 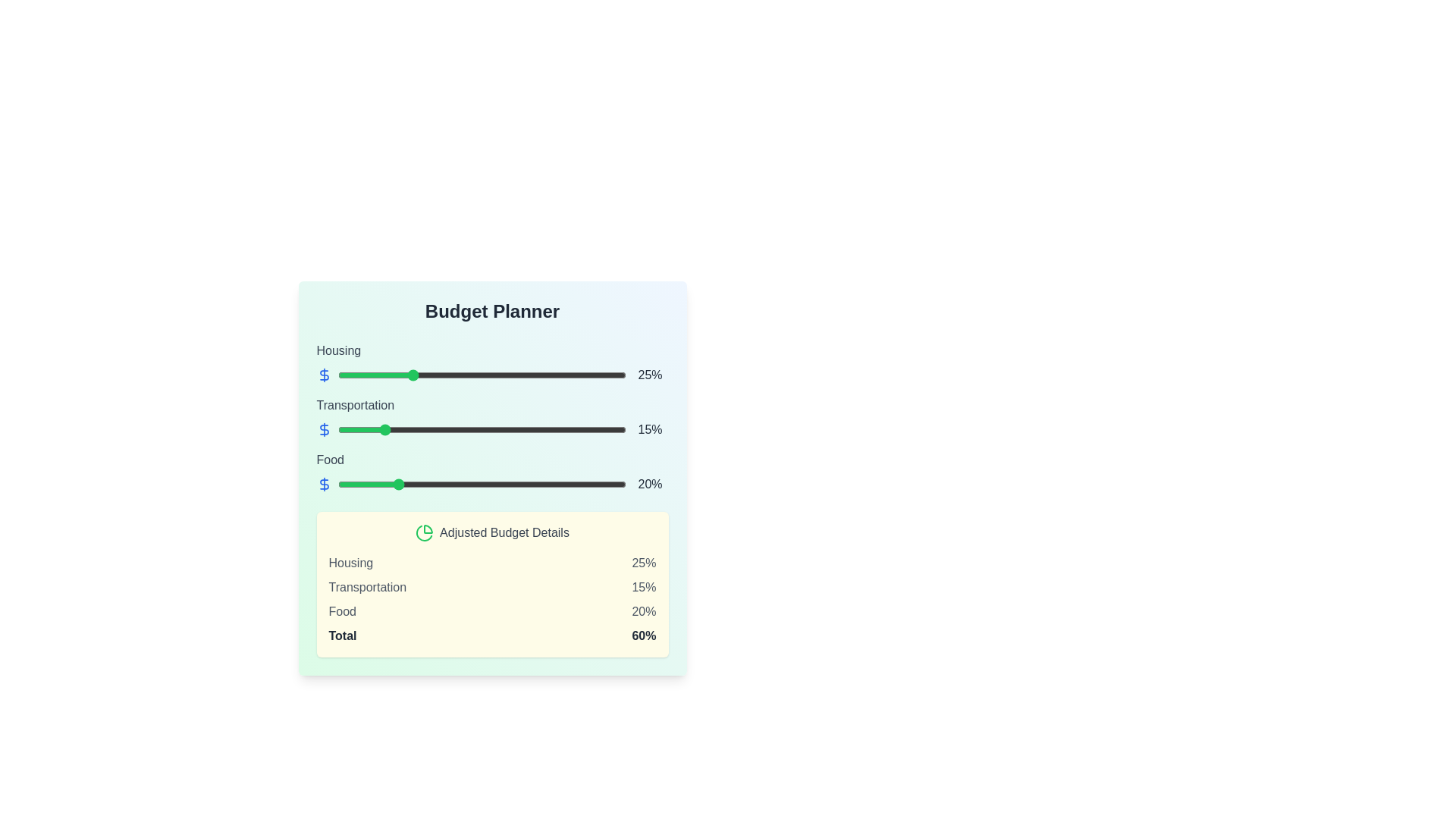 I want to click on the text label displaying the word 'Housing', which is located in the 'Adjusted Budget Details' section at the top left of the summary box, so click(x=350, y=563).